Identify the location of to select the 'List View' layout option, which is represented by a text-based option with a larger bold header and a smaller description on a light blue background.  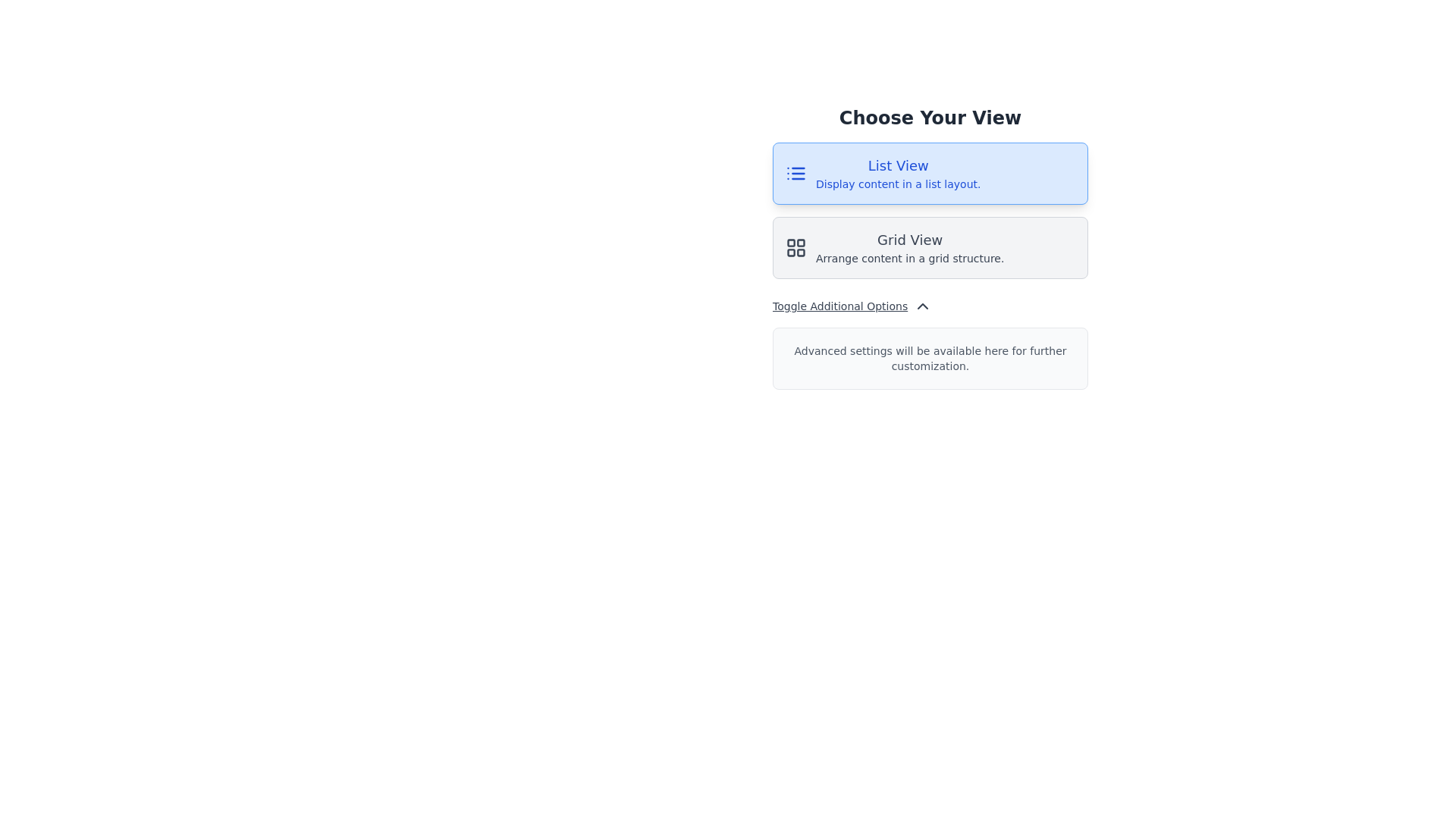
(898, 172).